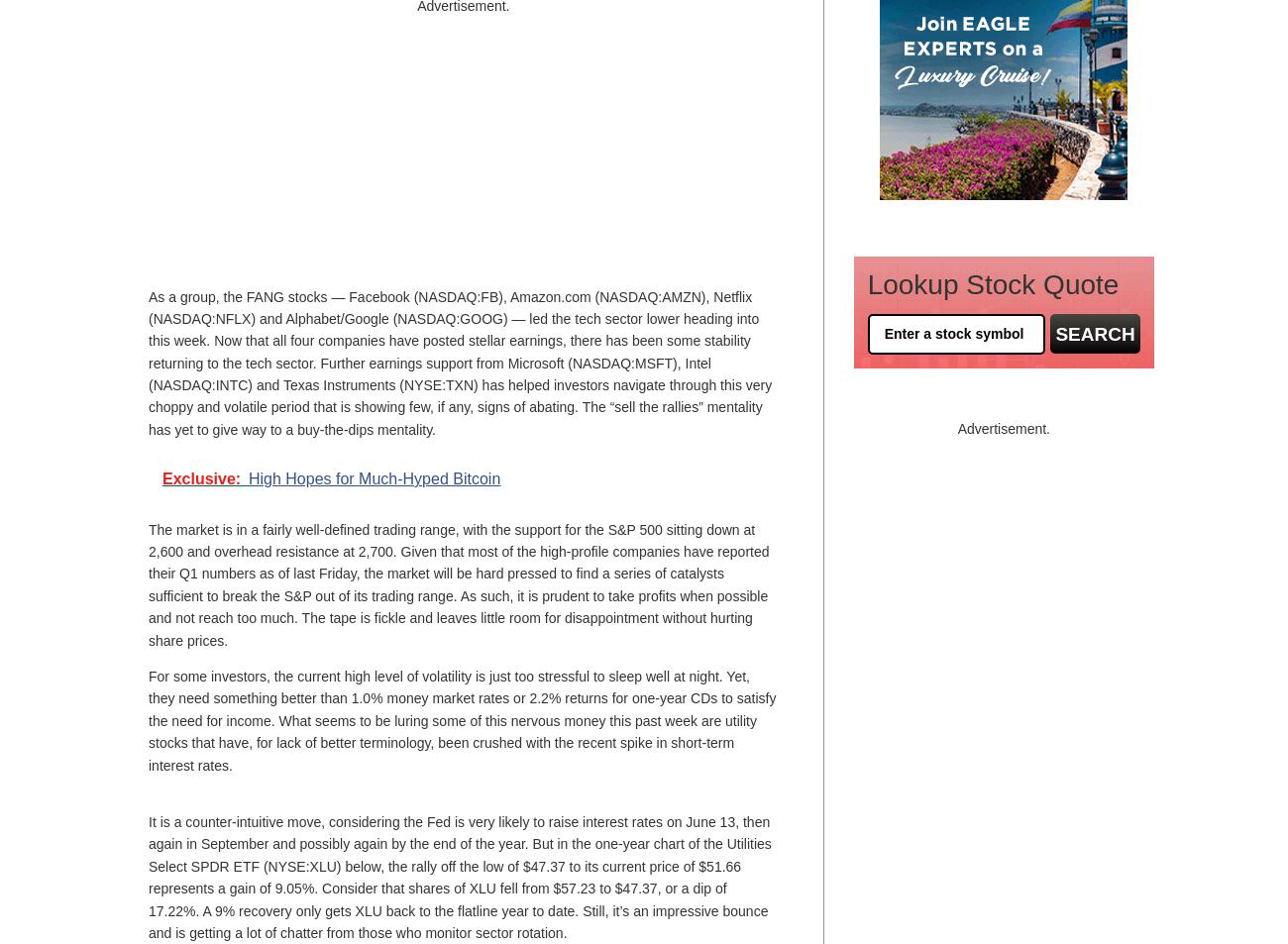 Image resolution: width=1288 pixels, height=944 pixels. I want to click on 'For some investors, the current high level of volatility is just too stressful to sleep well at night. Yet, they need something better than 1.0% money market rates or 2.2% returns for one-year CDs to satisfy the need for income. What seems to be luring some of this nervous money this past week are utility stocks that have, for lack of better terminology, been crushed with the recent spike in short-term interest rates.', so click(461, 720).